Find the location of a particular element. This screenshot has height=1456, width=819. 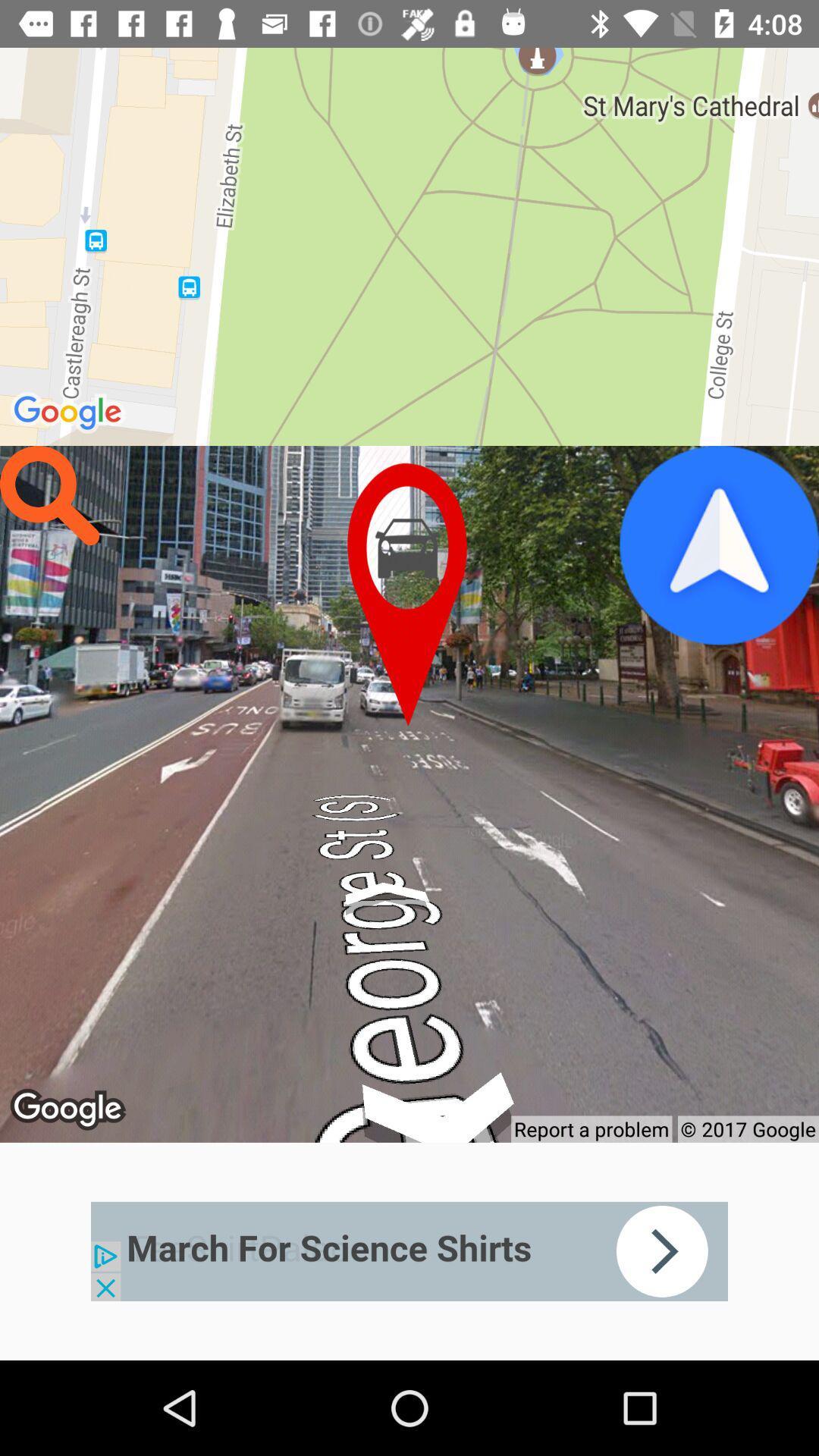

advertisement page is located at coordinates (409, 1251).